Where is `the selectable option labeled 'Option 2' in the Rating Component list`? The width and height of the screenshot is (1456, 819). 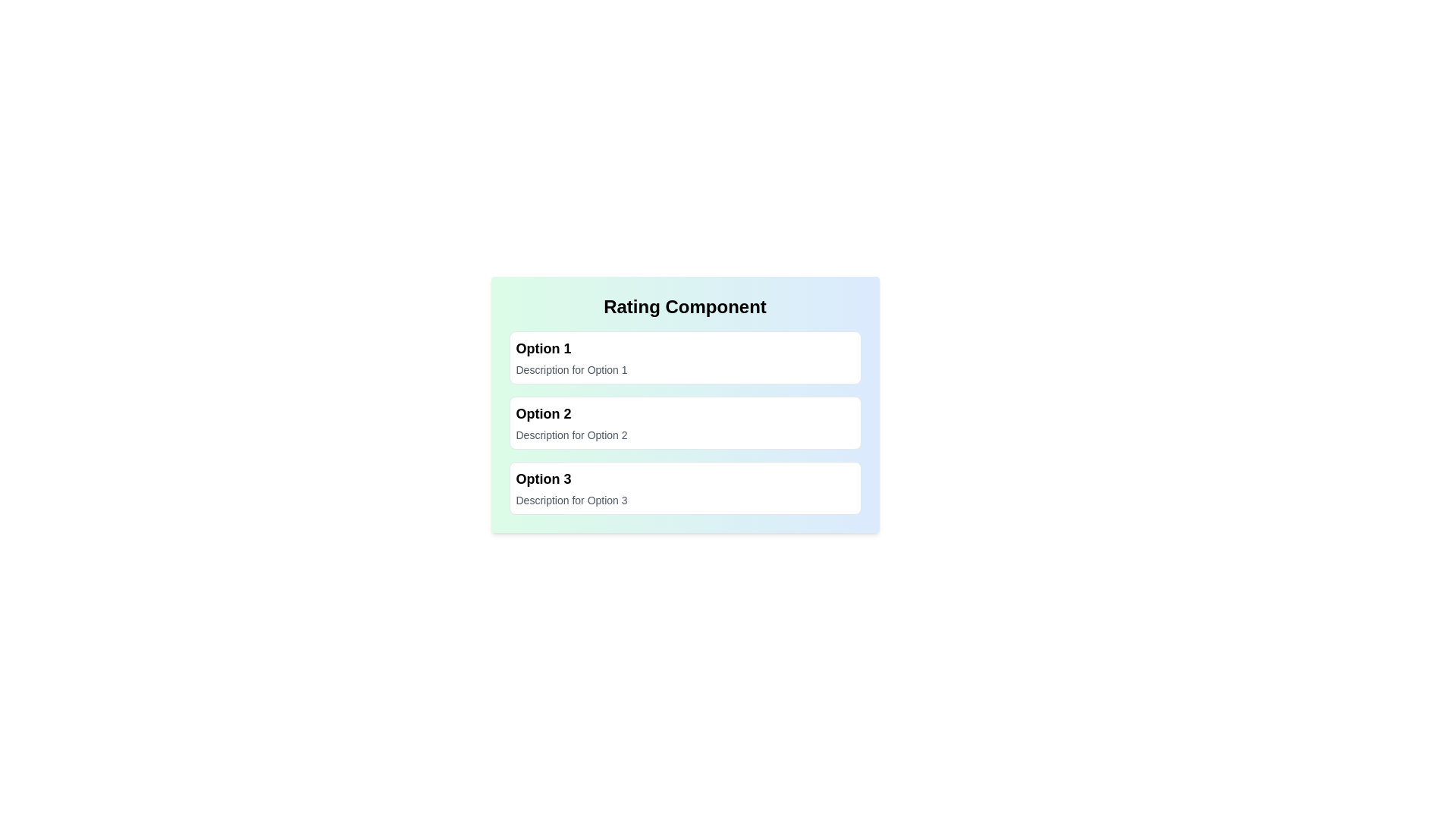
the selectable option labeled 'Option 2' in the Rating Component list is located at coordinates (684, 423).